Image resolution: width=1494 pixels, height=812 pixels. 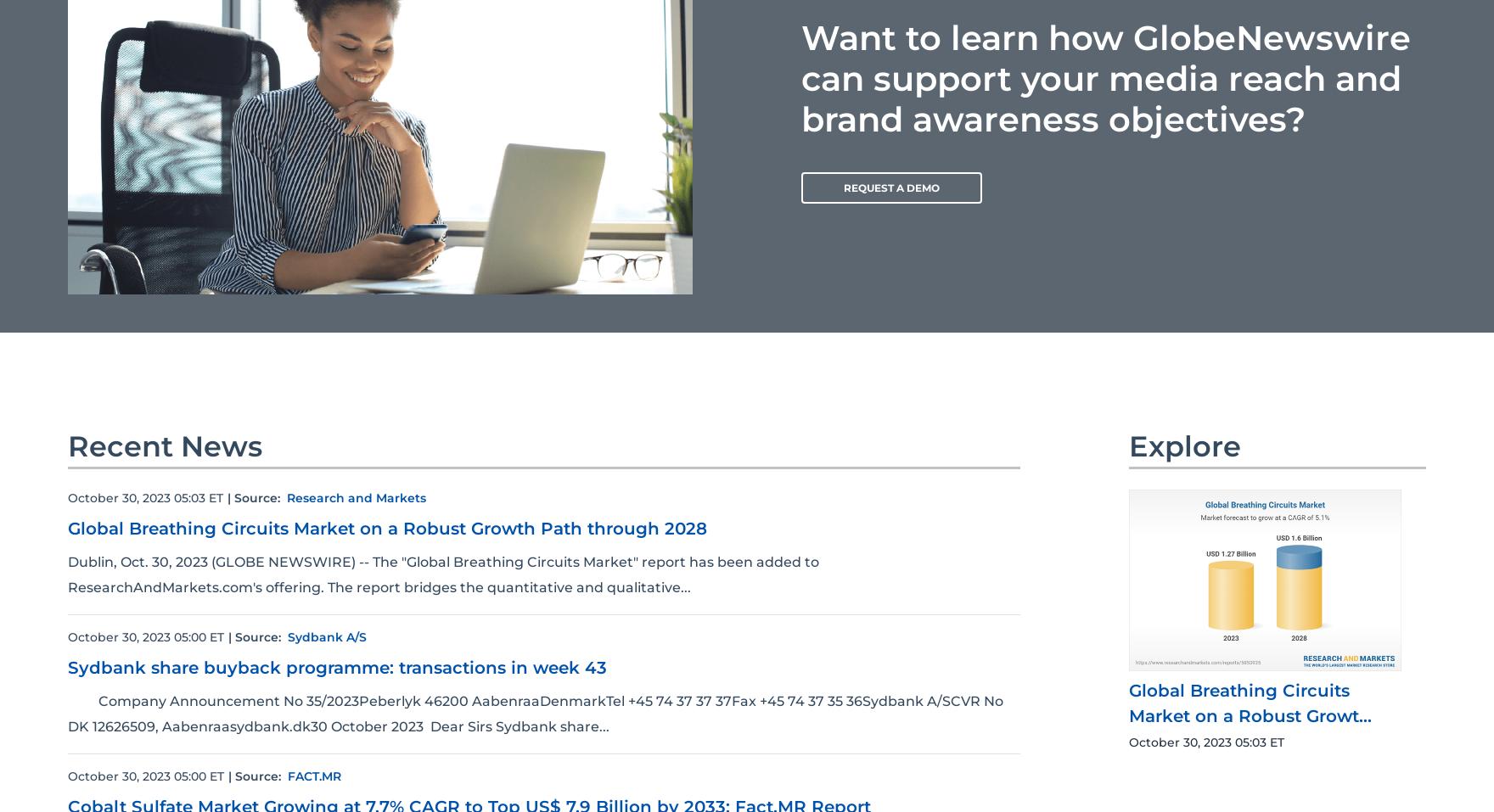 What do you see at coordinates (891, 186) in the screenshot?
I see `'REQUEST A DEMO'` at bounding box center [891, 186].